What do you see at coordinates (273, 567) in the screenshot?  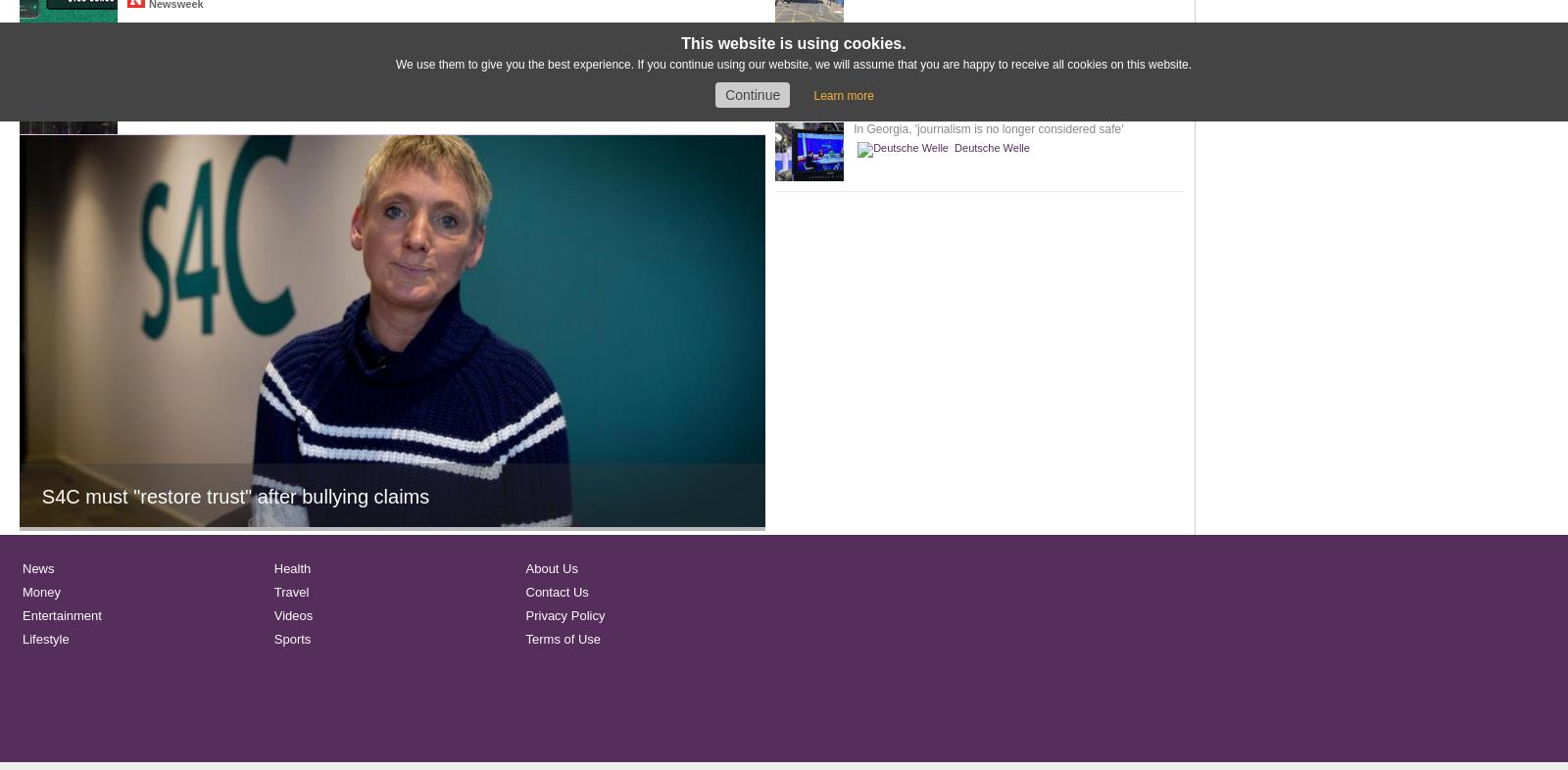 I see `'Health'` at bounding box center [273, 567].